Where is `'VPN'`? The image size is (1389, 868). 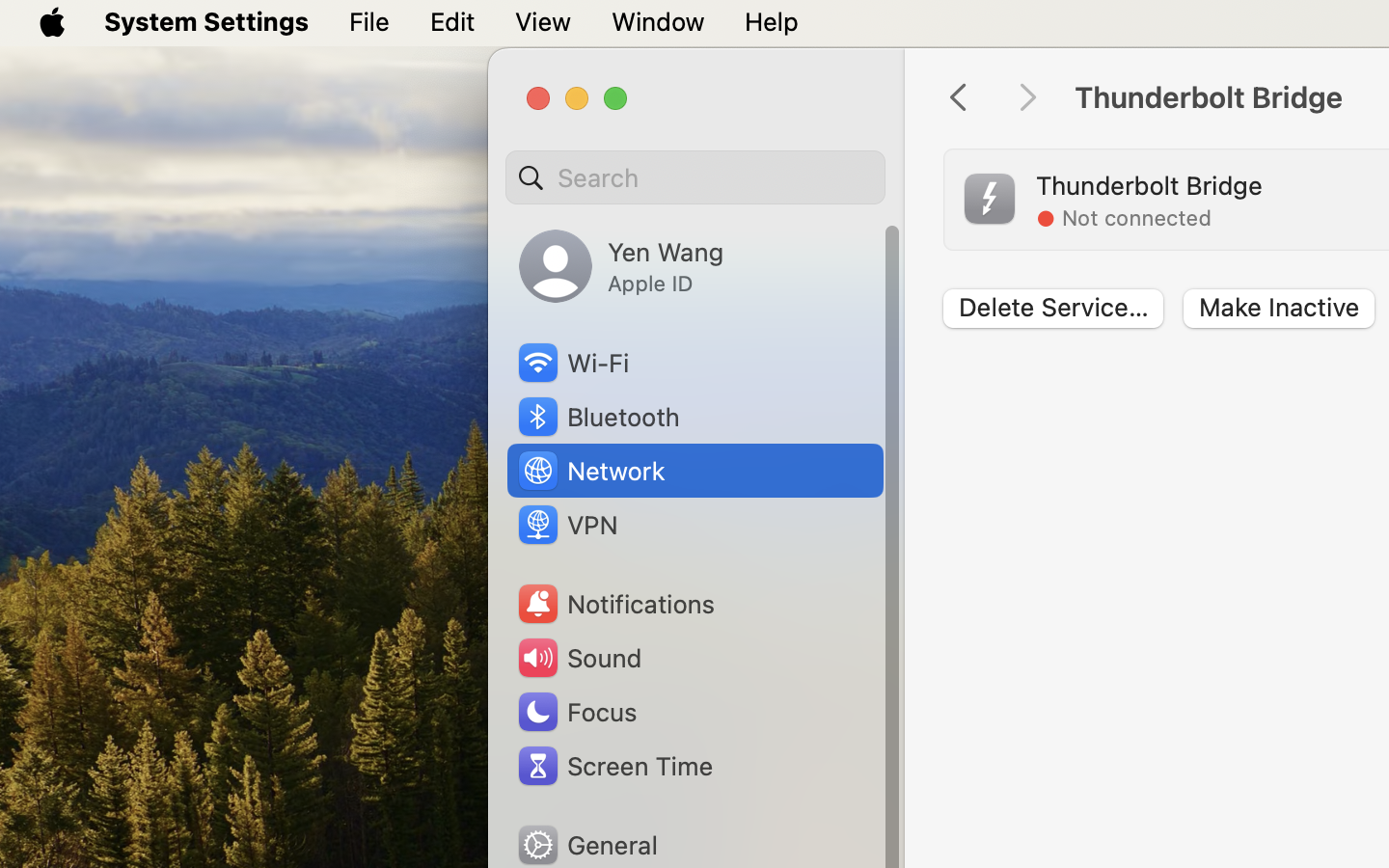
'VPN' is located at coordinates (565, 523).